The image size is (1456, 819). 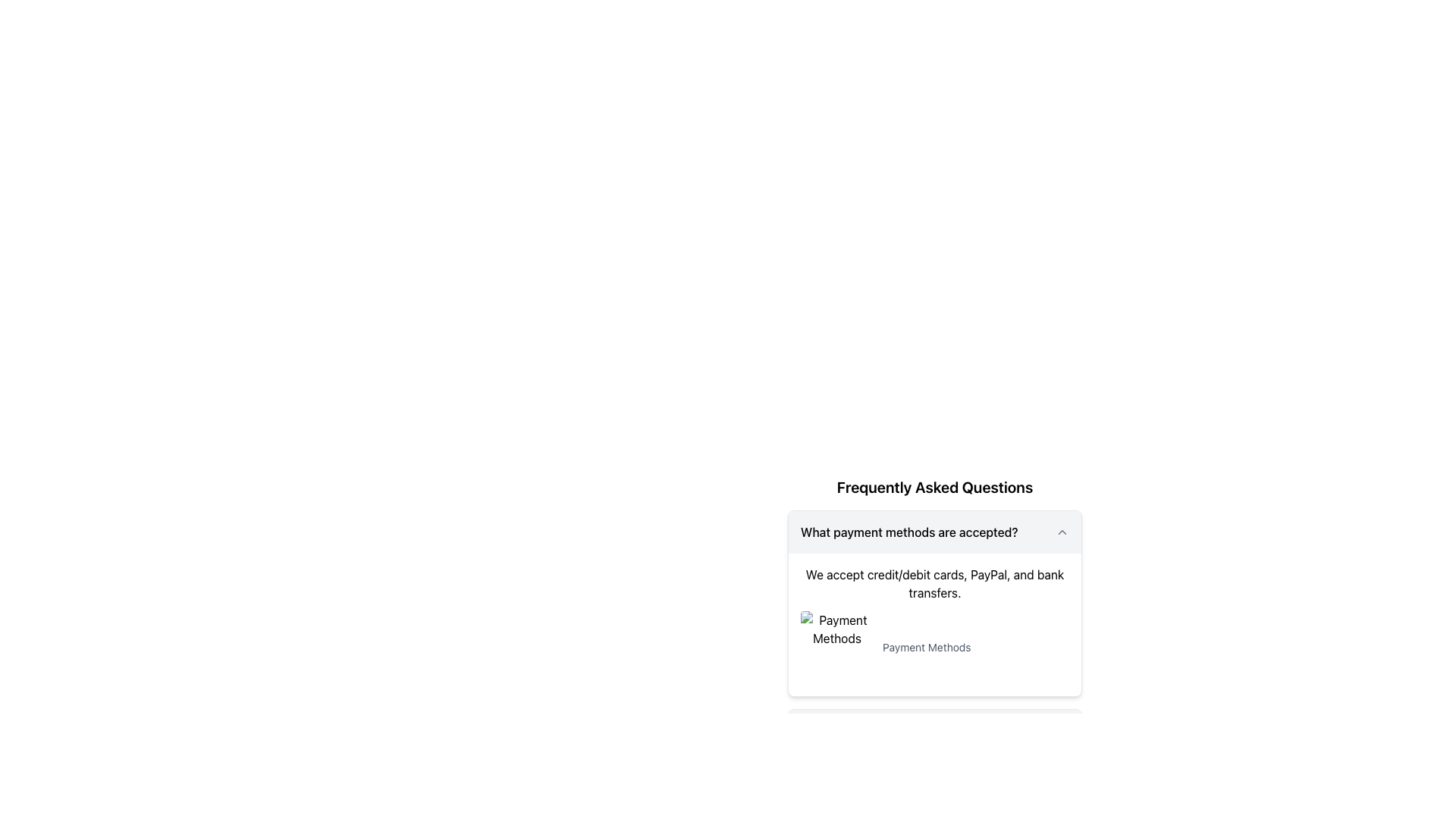 I want to click on the informational text about available payment methods, which is located below the section header 'What payment methods are accepted?' and above the graphical and textual information regarding payment methods, so click(x=934, y=583).